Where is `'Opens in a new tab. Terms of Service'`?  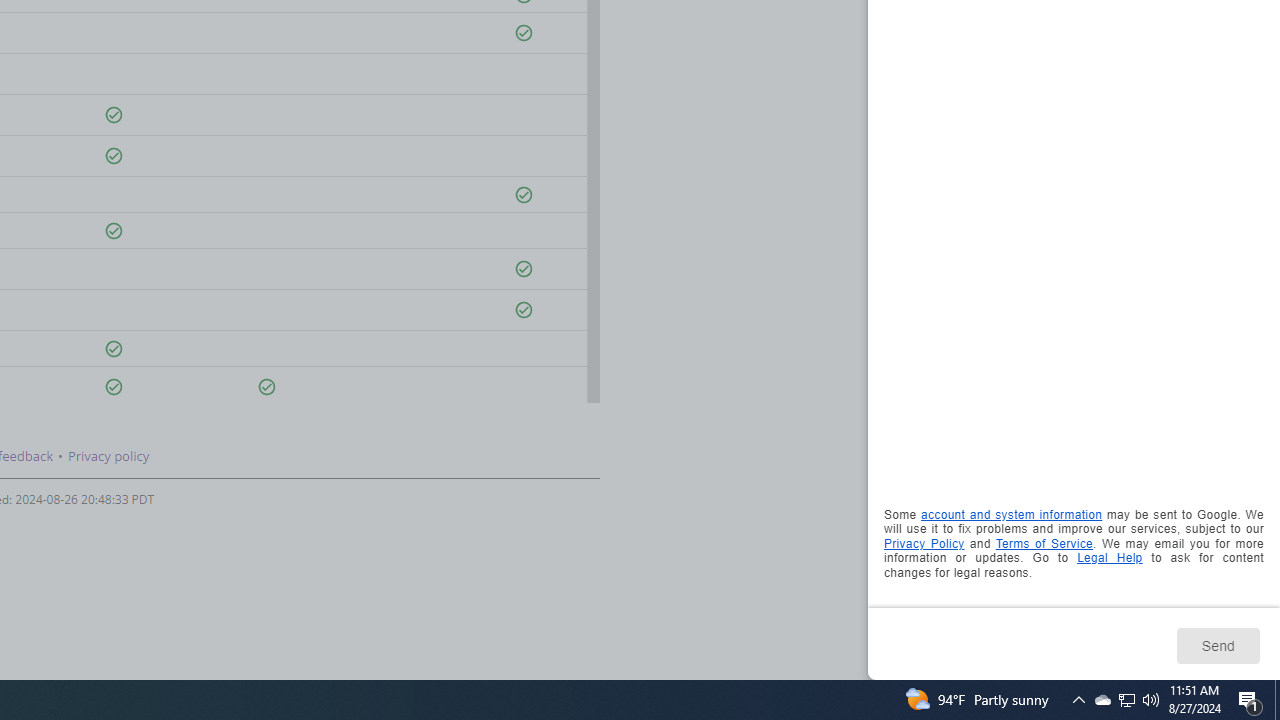
'Opens in a new tab. Terms of Service' is located at coordinates (1043, 543).